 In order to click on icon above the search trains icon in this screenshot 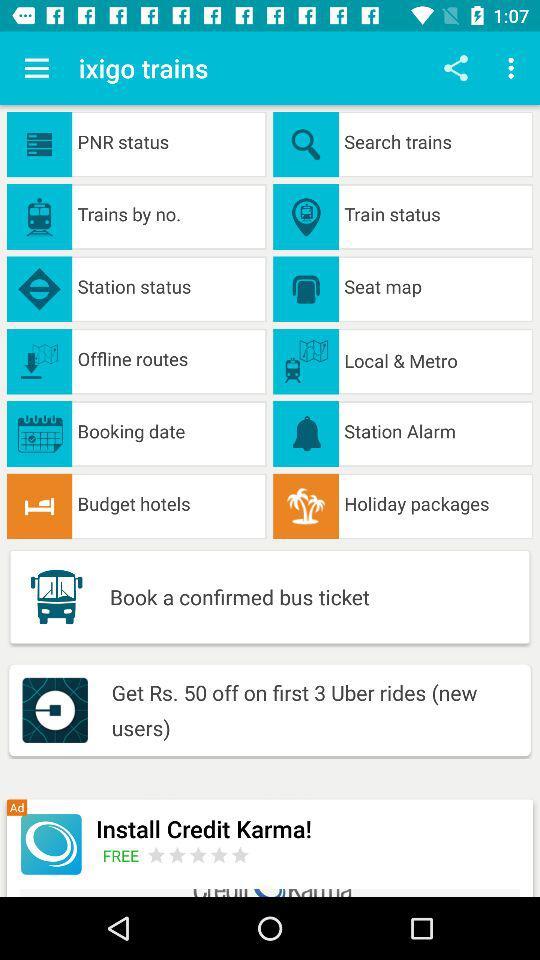, I will do `click(513, 68)`.